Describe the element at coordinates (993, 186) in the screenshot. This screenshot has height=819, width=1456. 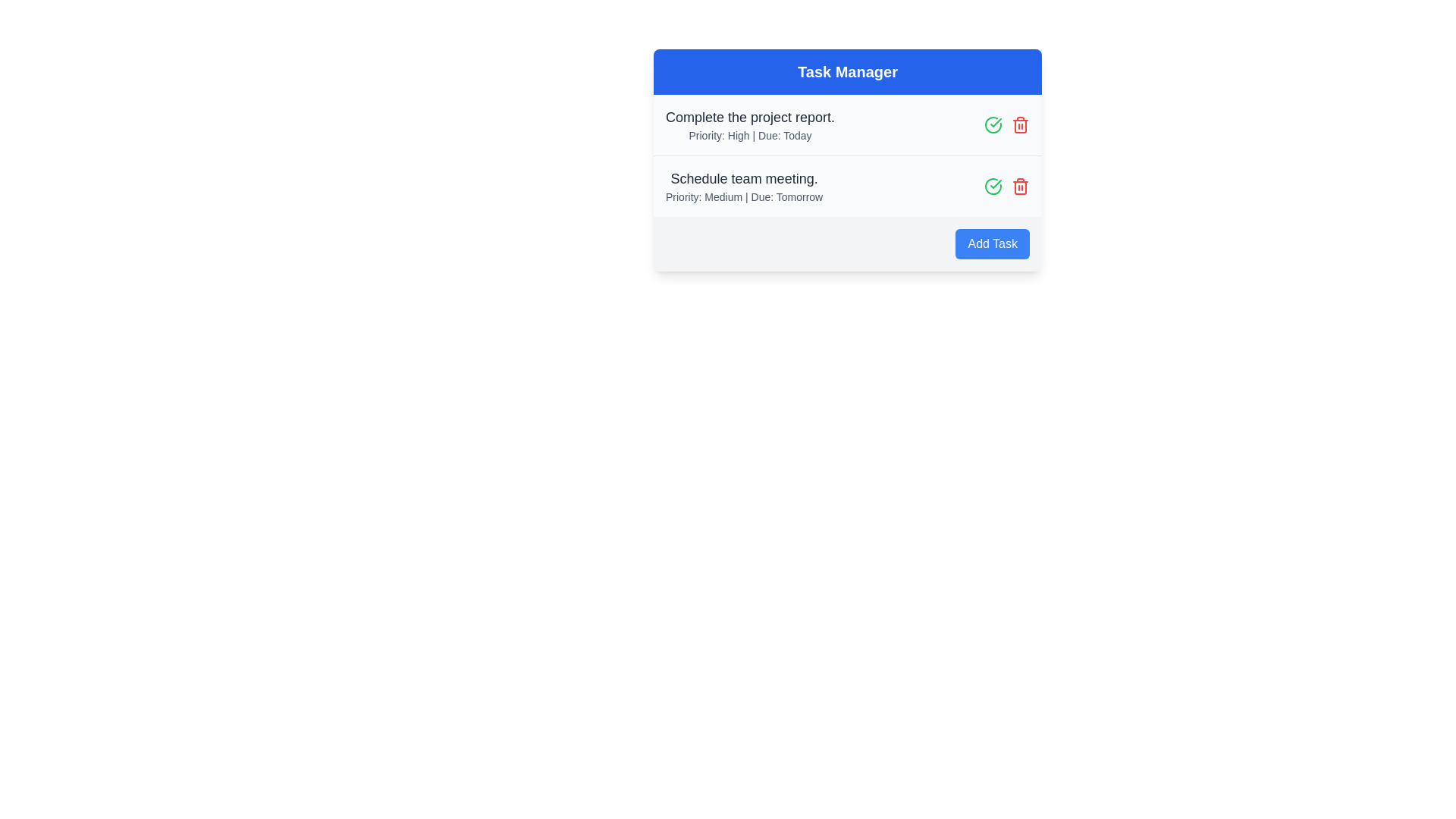
I see `the circular green icon with a check mark inside to mark the task as complete` at that location.